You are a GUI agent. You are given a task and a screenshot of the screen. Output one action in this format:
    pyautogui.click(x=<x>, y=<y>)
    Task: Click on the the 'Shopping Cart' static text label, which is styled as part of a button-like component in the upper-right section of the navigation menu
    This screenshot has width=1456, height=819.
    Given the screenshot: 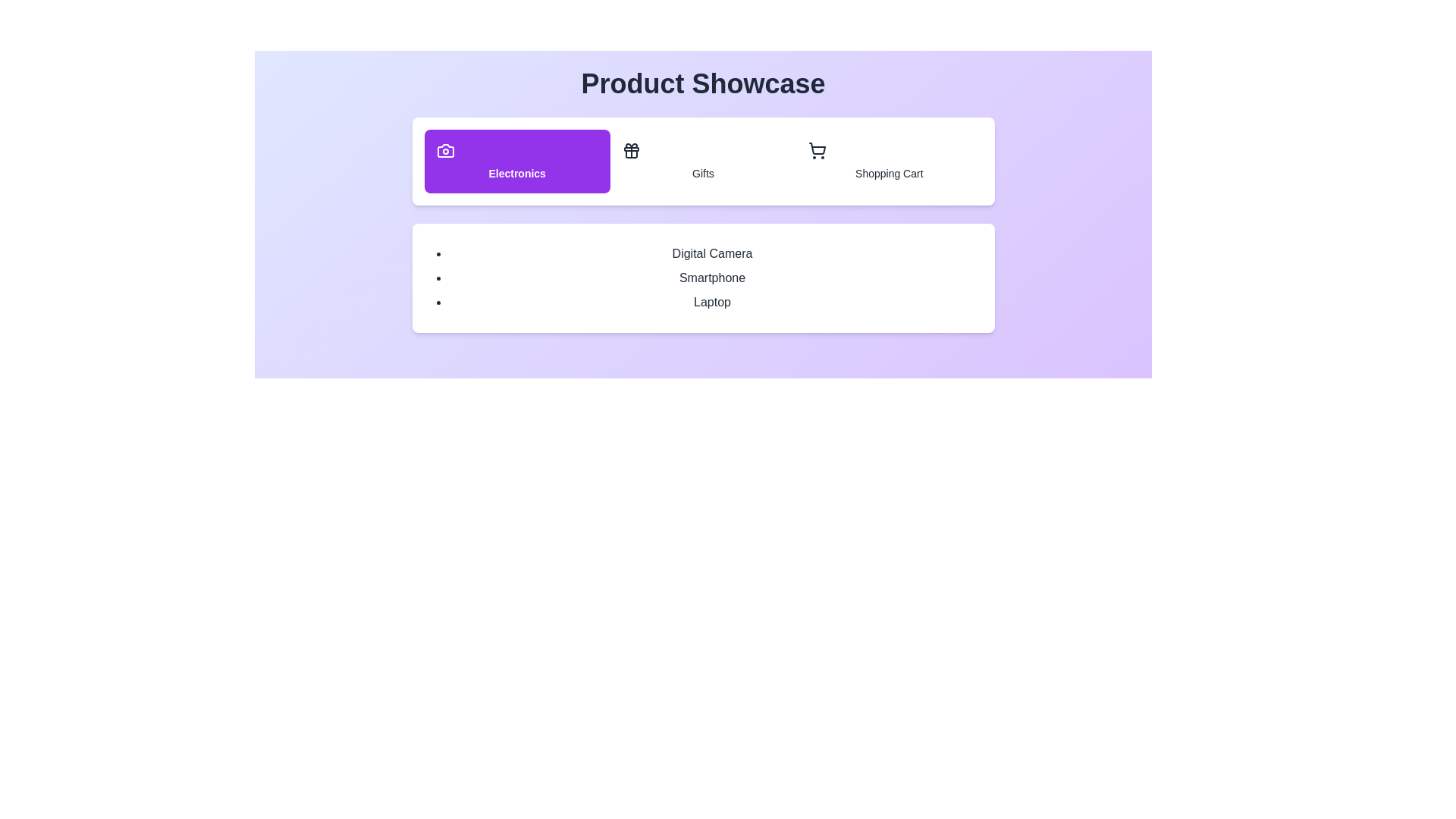 What is the action you would take?
    pyautogui.click(x=889, y=172)
    